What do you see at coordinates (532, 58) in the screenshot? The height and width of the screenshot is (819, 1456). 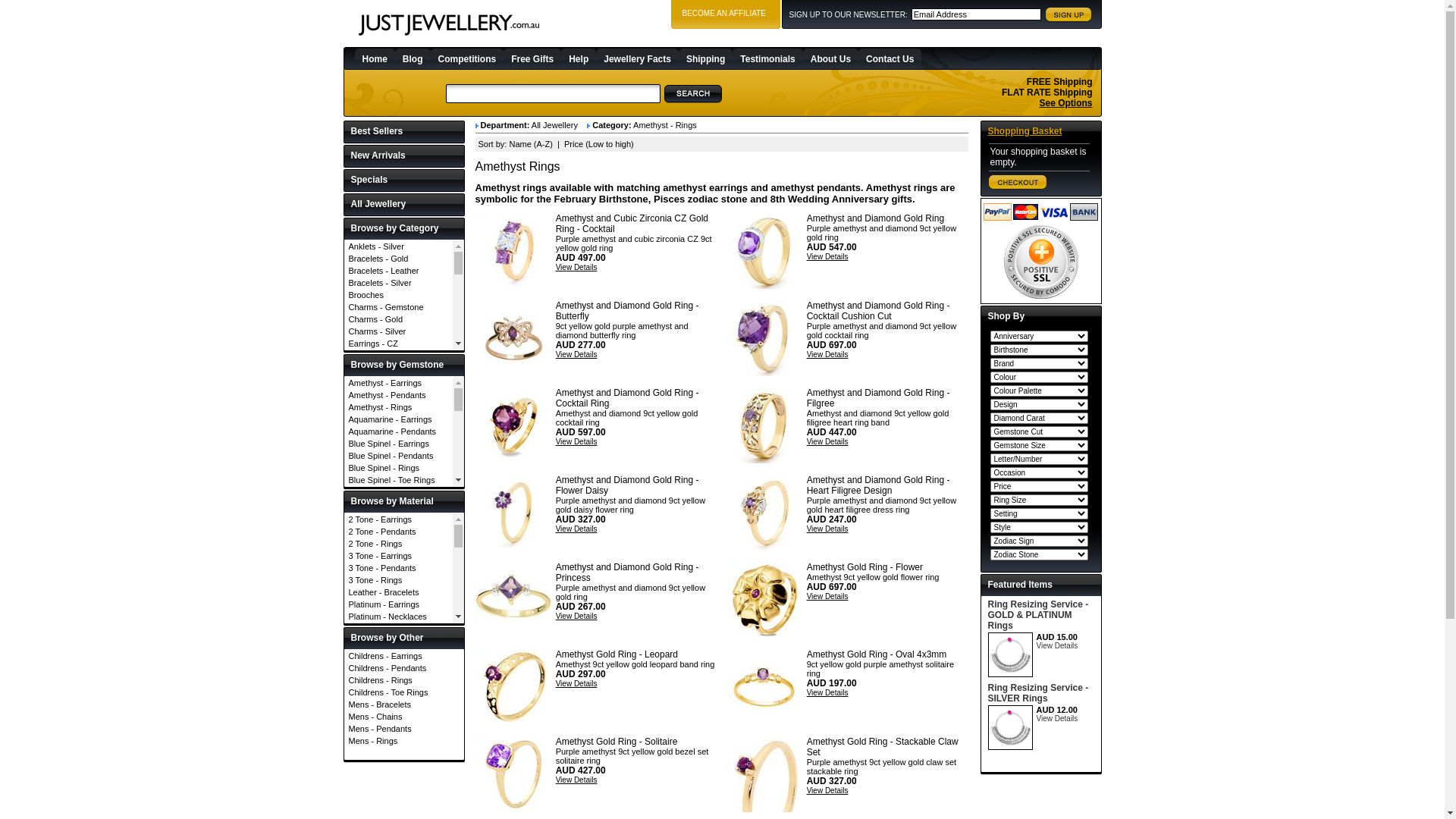 I see `'Free Gifts'` at bounding box center [532, 58].